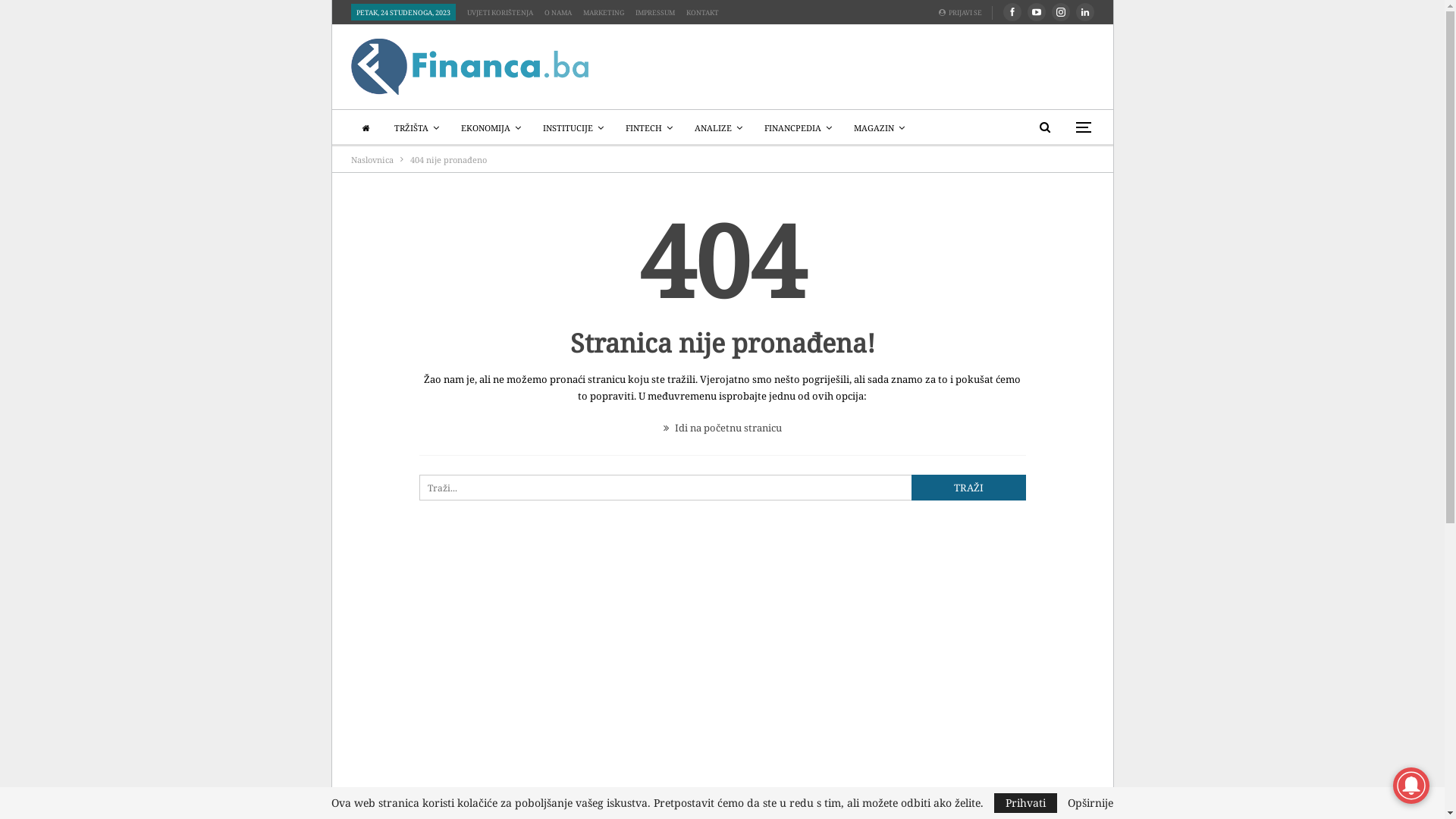  Describe the element at coordinates (491, 127) in the screenshot. I see `'EKONOMIJA'` at that location.